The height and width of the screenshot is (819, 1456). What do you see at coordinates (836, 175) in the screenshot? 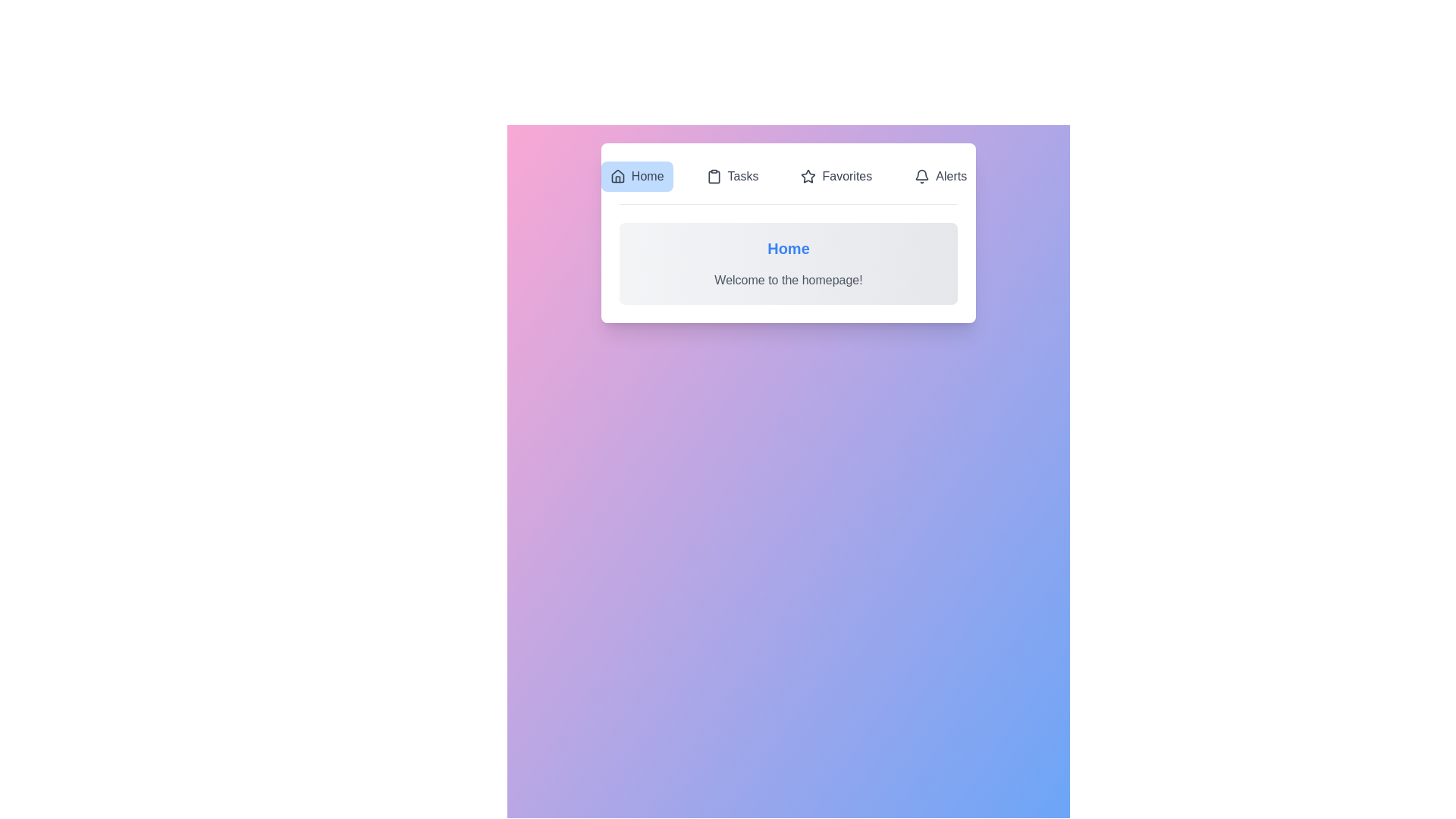
I see `the tab labeled Favorites to view its content` at bounding box center [836, 175].